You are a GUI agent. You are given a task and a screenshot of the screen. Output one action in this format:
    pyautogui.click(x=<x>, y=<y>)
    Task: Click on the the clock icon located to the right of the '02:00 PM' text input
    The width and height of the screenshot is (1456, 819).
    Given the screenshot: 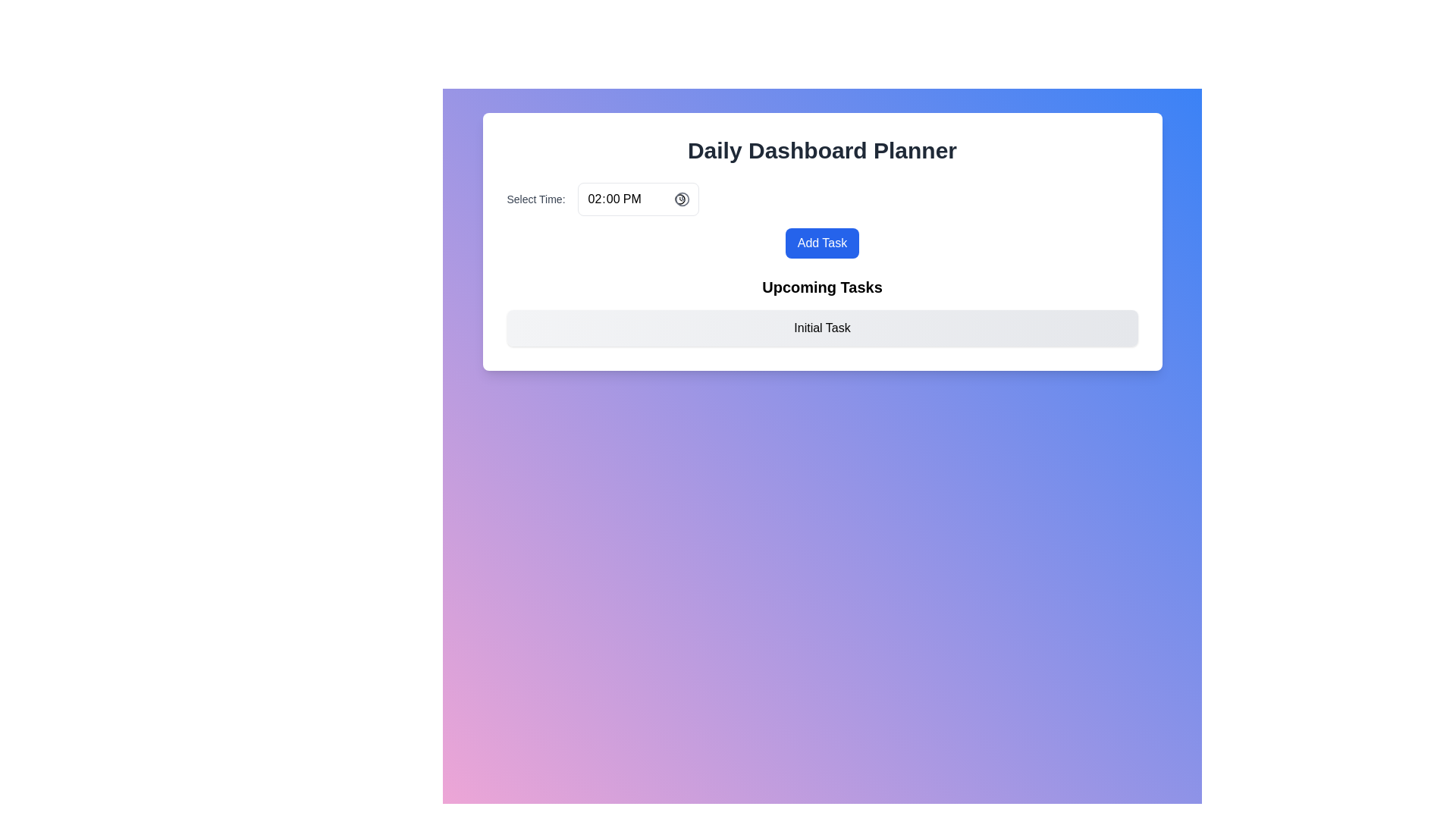 What is the action you would take?
    pyautogui.click(x=681, y=198)
    